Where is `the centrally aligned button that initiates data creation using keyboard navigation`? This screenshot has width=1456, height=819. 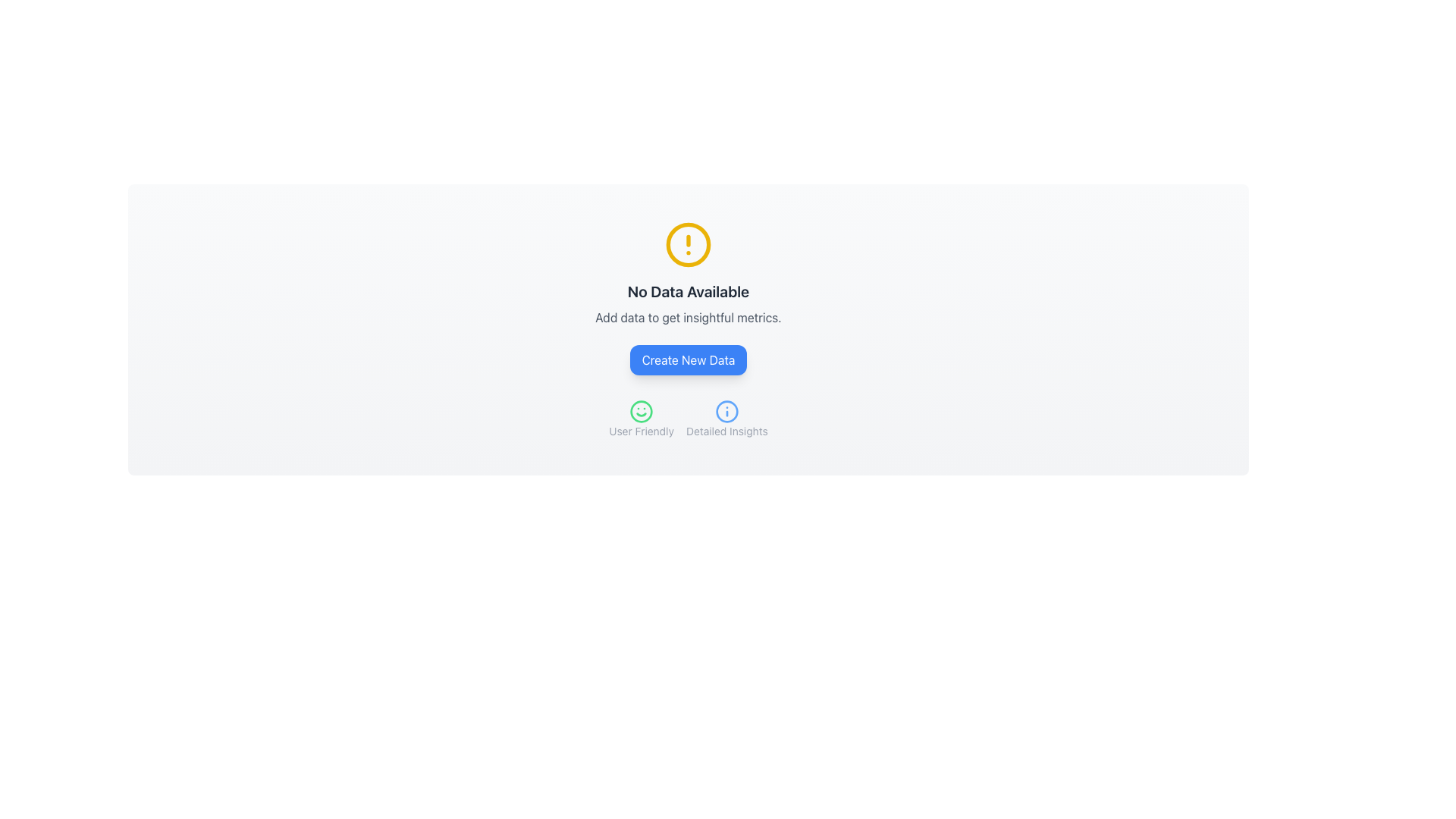 the centrally aligned button that initiates data creation using keyboard navigation is located at coordinates (687, 359).